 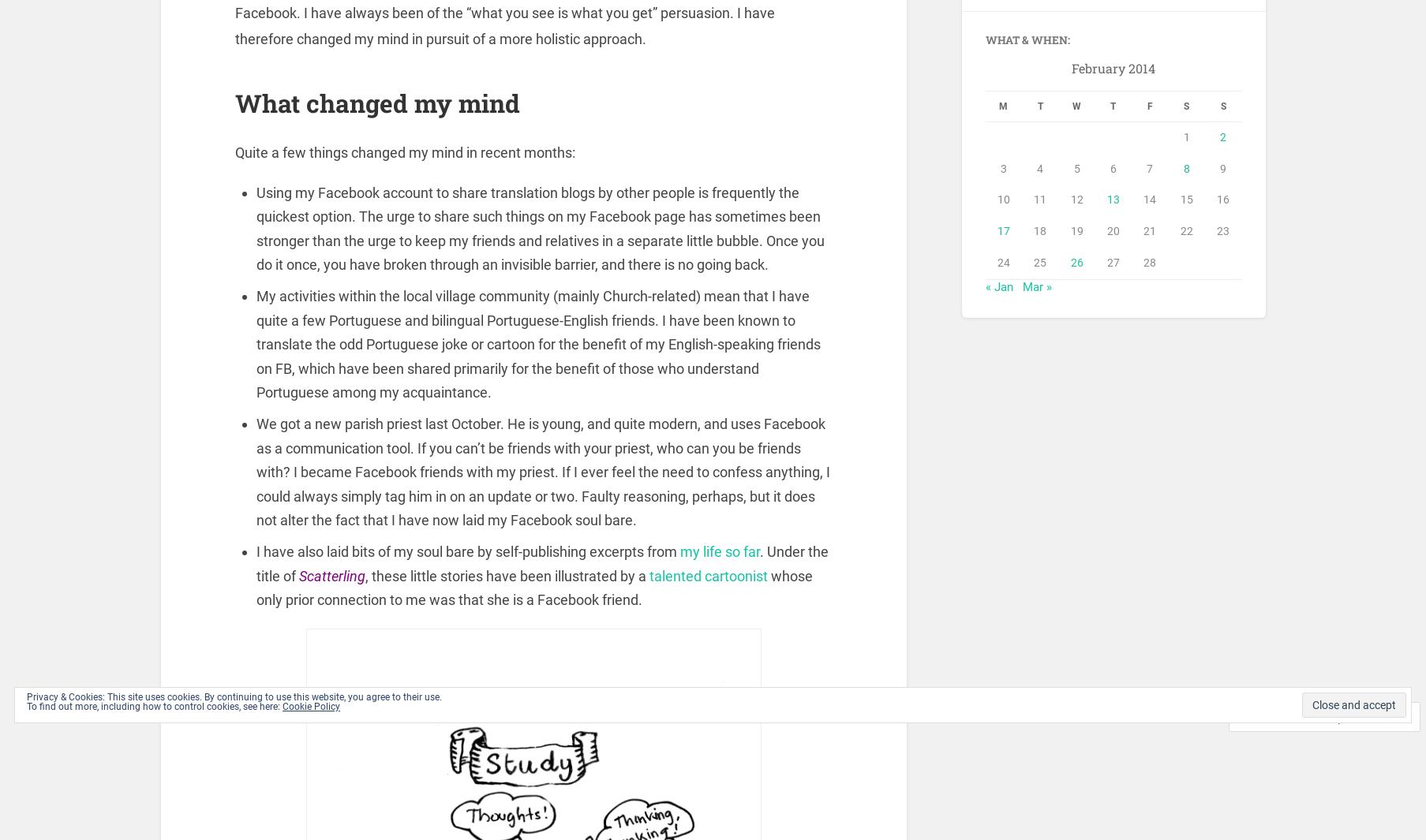 I want to click on '3', so click(x=1003, y=171).